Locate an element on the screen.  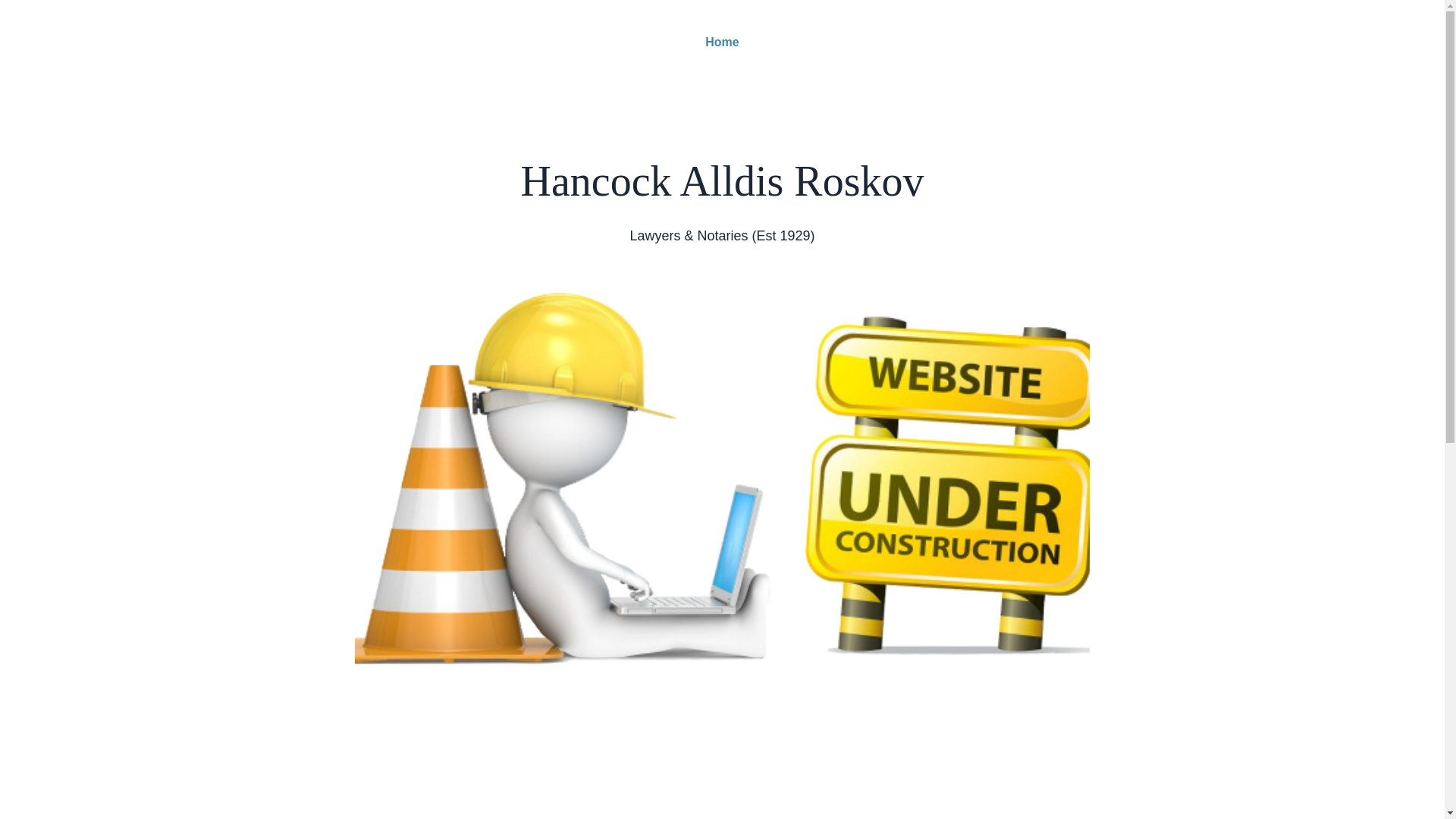
'Home' is located at coordinates (720, 42).